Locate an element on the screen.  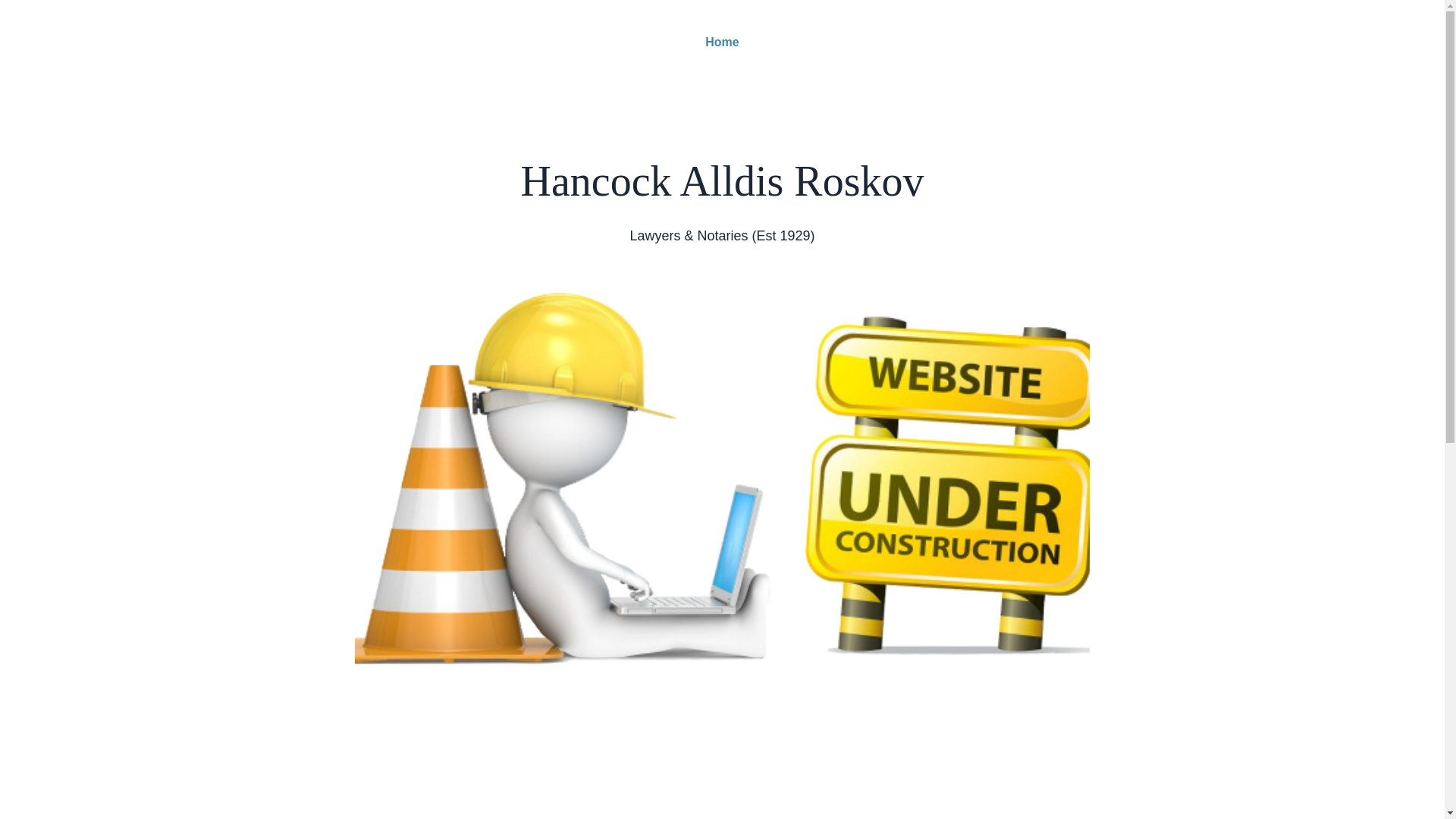
'Home' is located at coordinates (720, 42).